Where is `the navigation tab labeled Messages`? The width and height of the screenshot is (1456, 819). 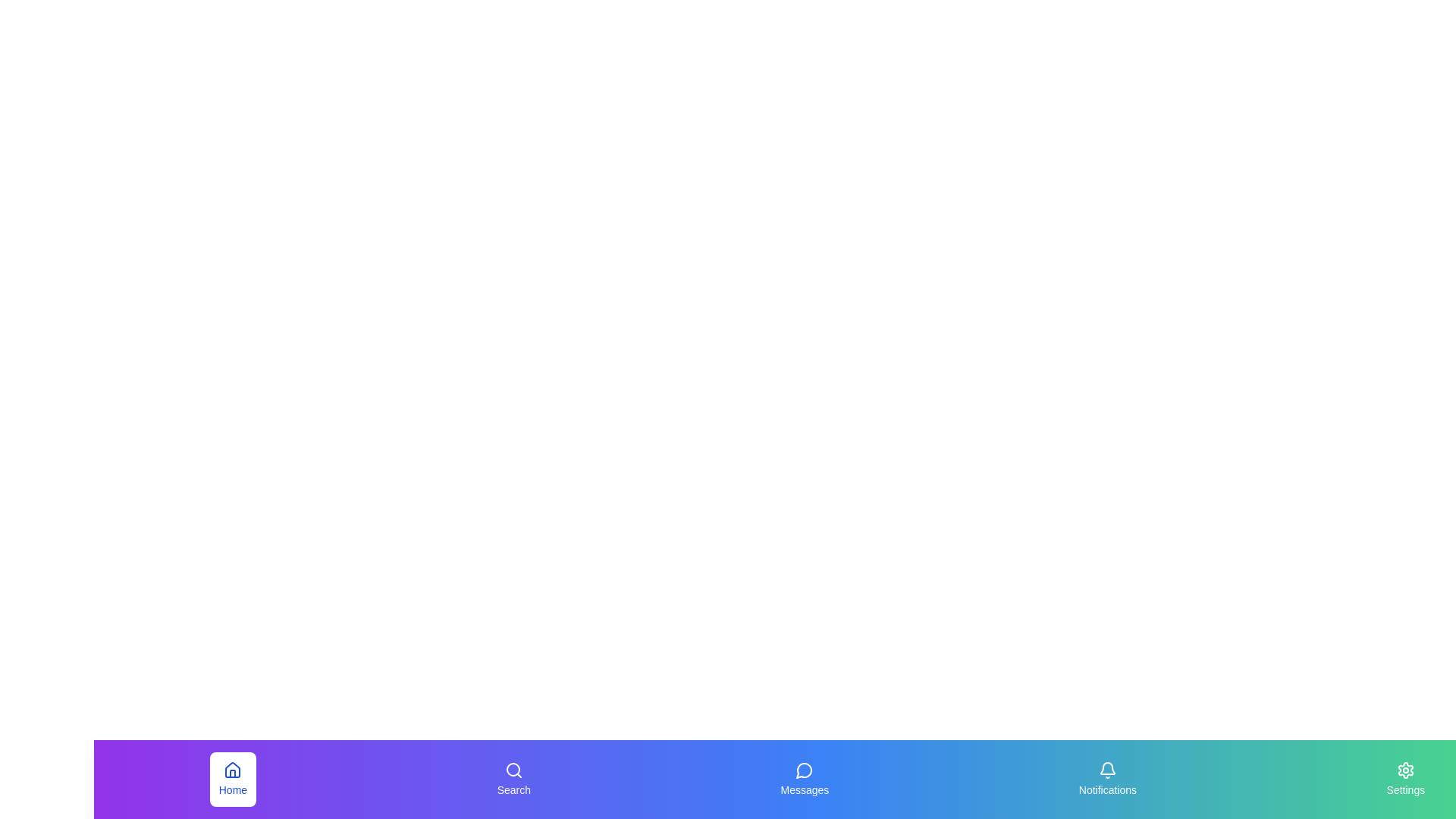 the navigation tab labeled Messages is located at coordinates (803, 780).